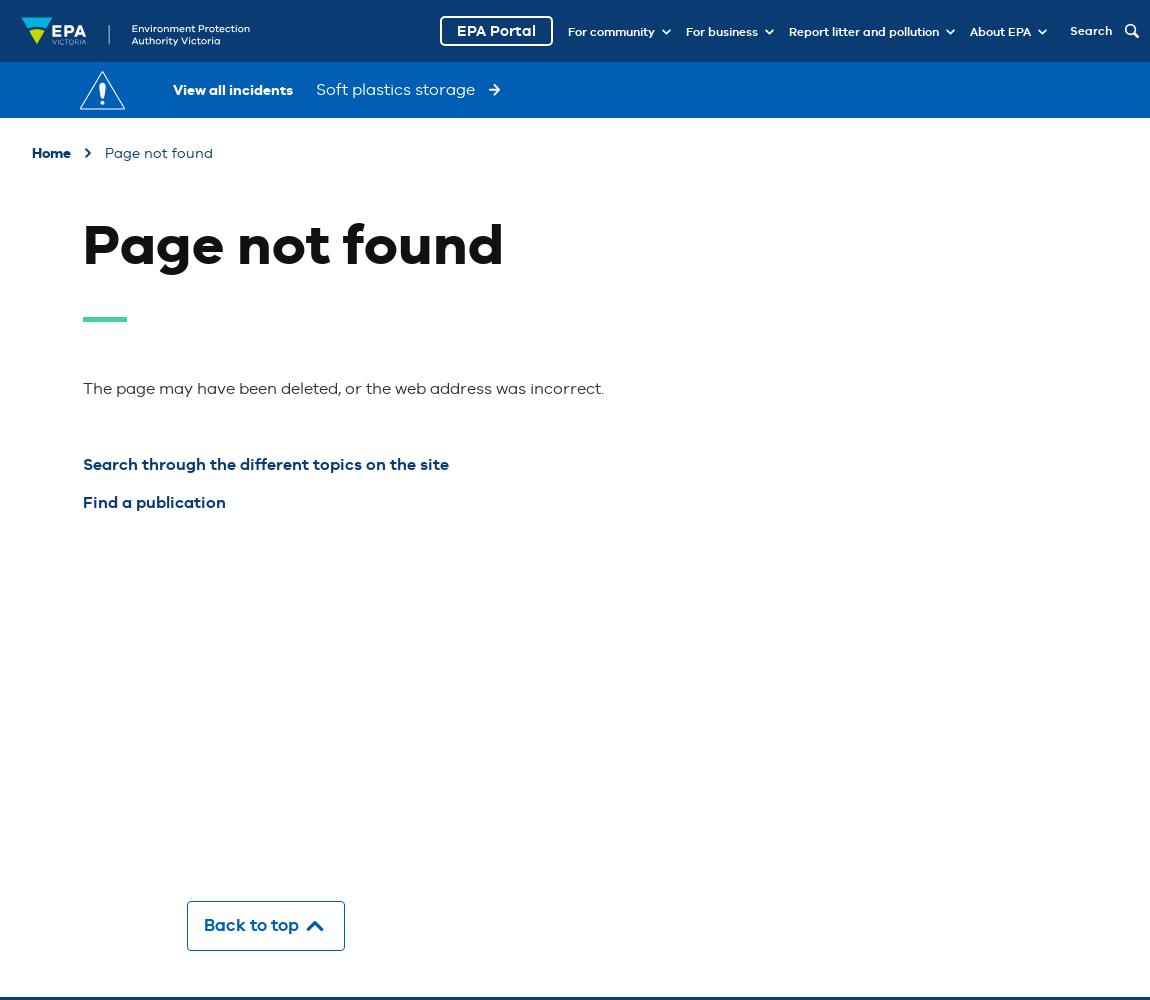  Describe the element at coordinates (1091, 31) in the screenshot. I see `'Search'` at that location.